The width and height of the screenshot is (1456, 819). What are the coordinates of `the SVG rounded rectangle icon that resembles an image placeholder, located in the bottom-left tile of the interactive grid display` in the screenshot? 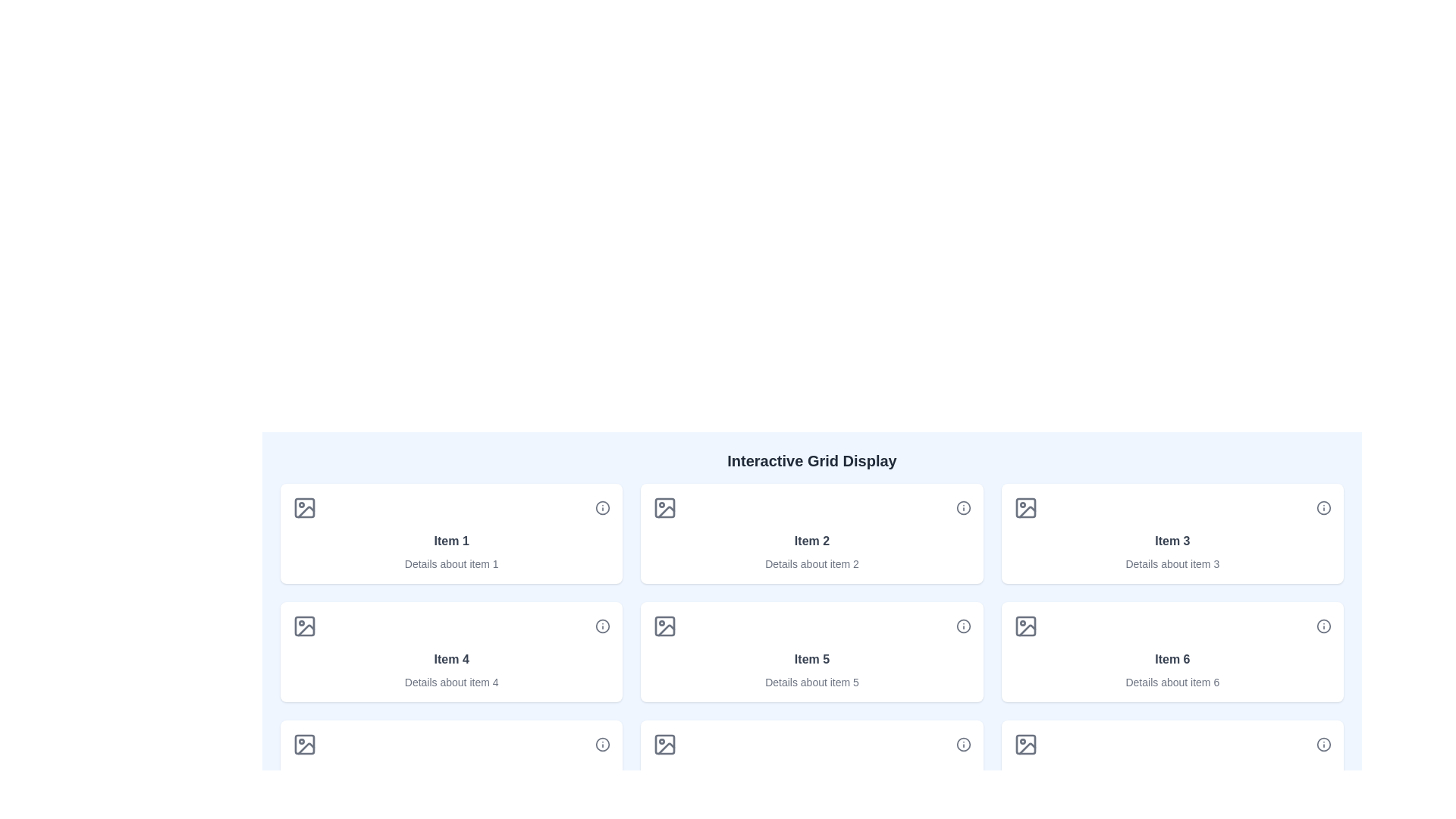 It's located at (304, 744).